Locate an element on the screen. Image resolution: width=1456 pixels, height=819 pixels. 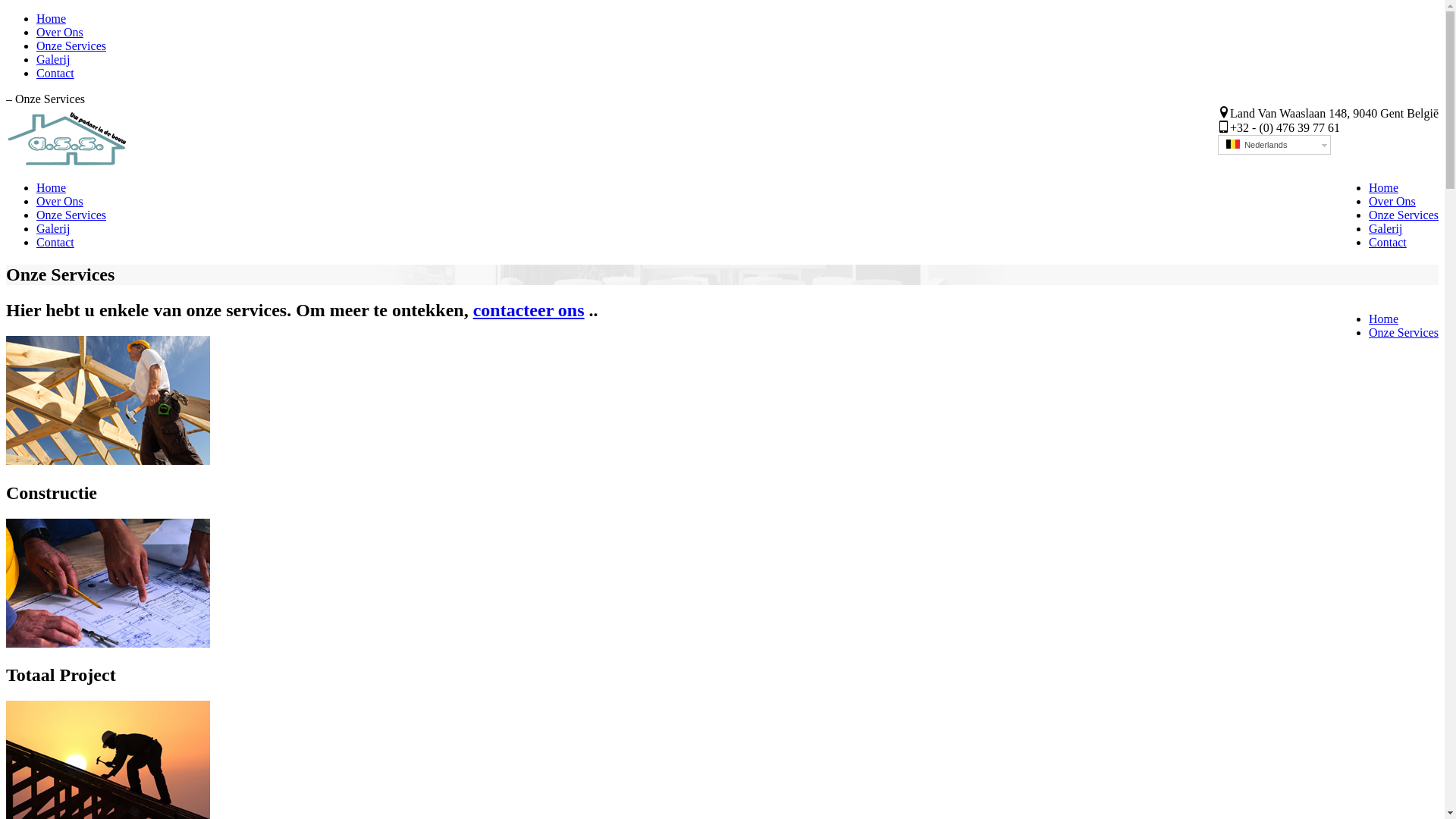
'Home' is located at coordinates (1383, 318).